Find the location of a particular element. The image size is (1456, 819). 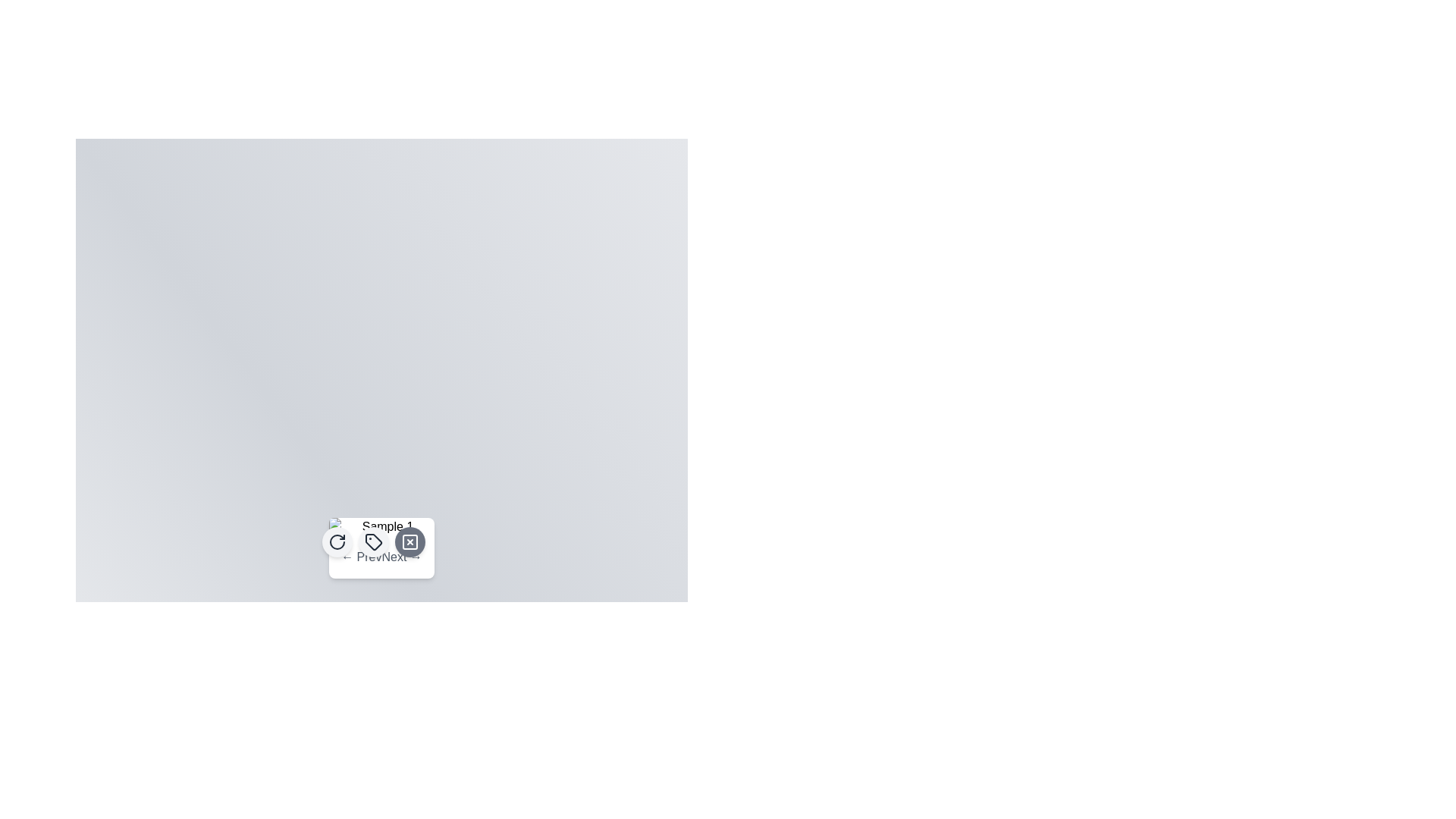

the circular button with a light gray background and a clockwise rotation arrow icon, located at the top-right section of the submenu is located at coordinates (336, 541).